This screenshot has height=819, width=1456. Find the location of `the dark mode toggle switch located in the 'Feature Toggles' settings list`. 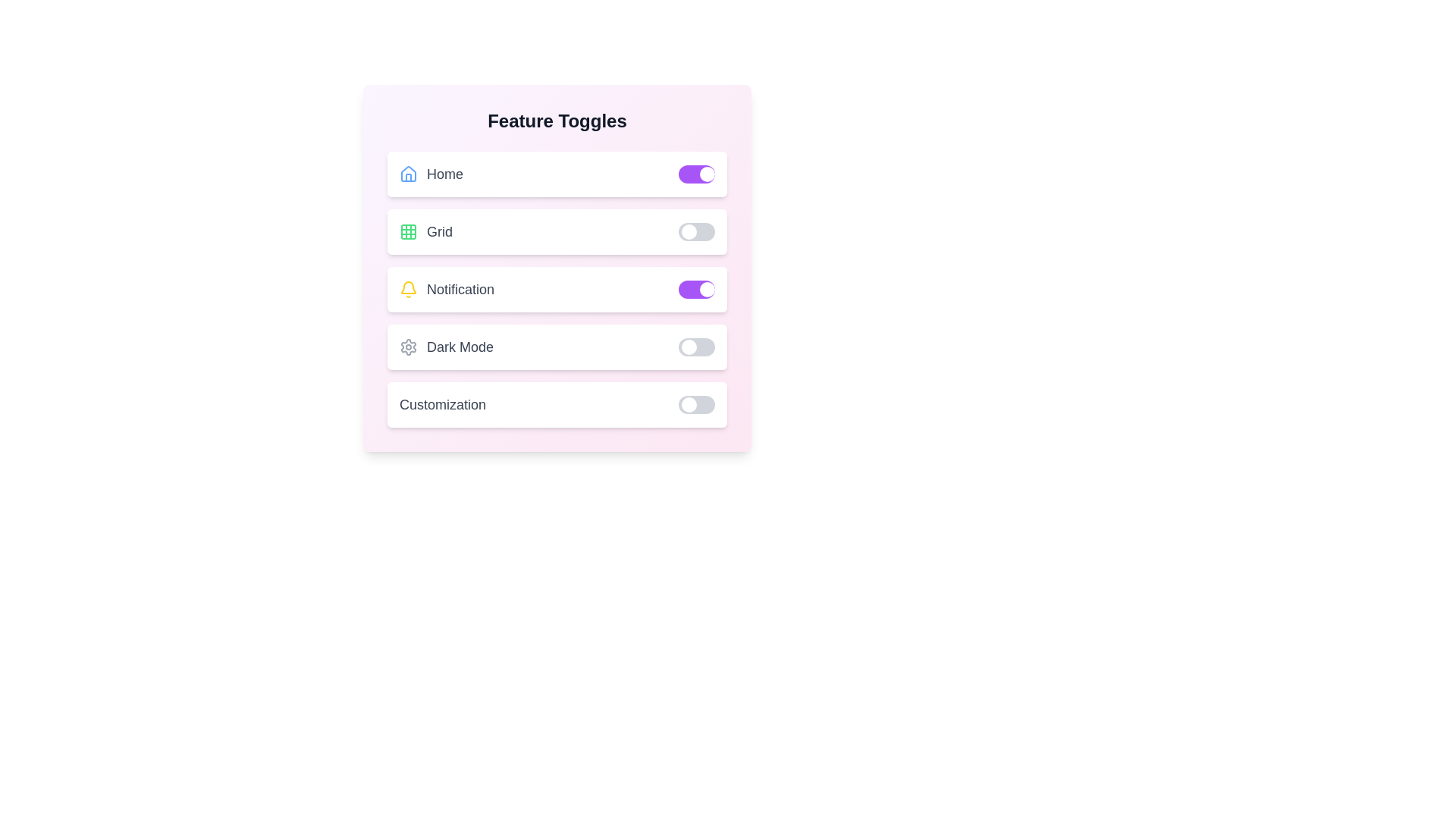

the dark mode toggle switch located in the 'Feature Toggles' settings list is located at coordinates (556, 347).